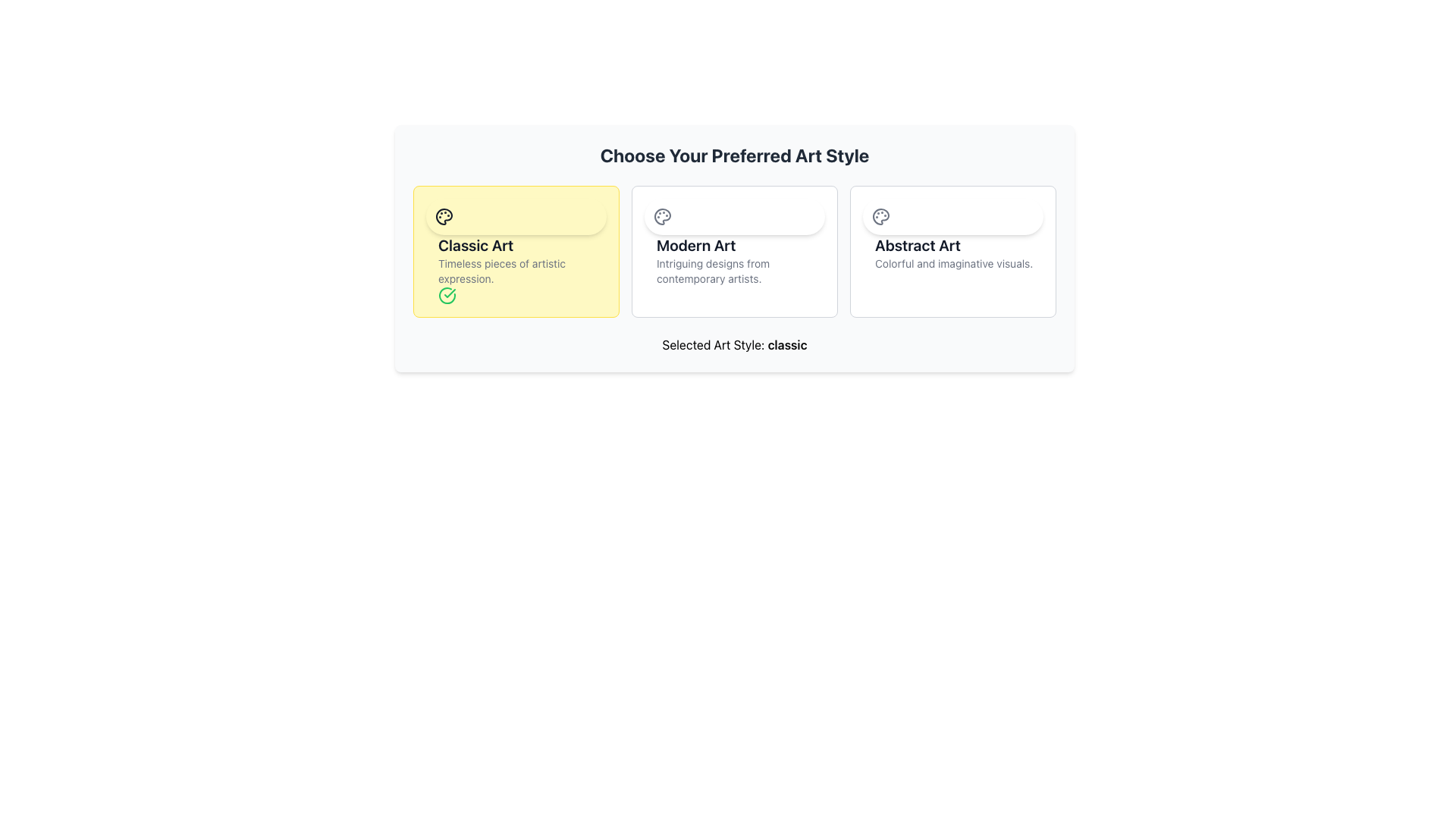 This screenshot has width=1456, height=819. Describe the element at coordinates (735, 155) in the screenshot. I see `header text element that introduces the section for selecting an art style, positioned centrally above the art style options cards` at that location.